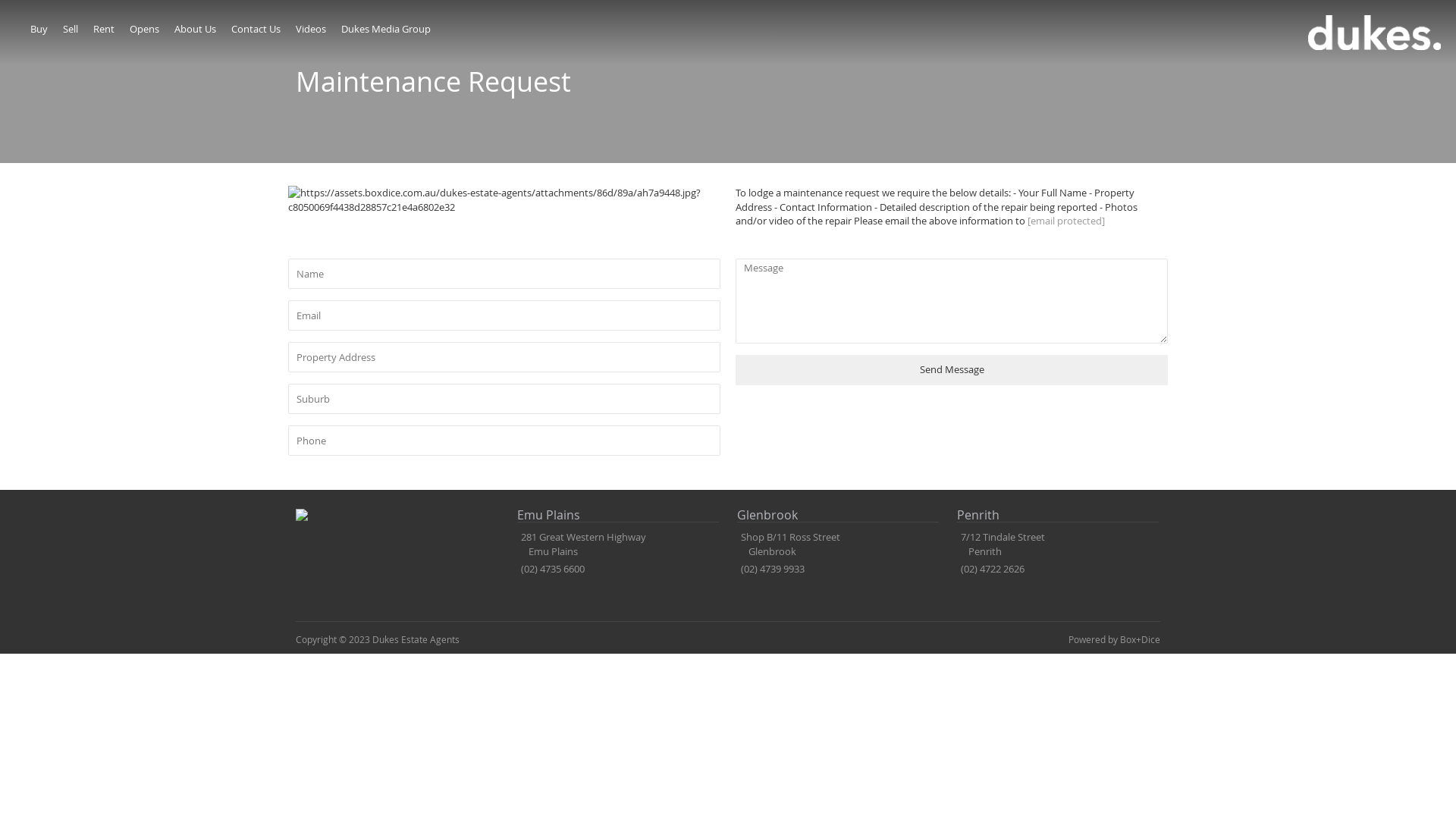  Describe the element at coordinates (130, 29) in the screenshot. I see `'Opens'` at that location.